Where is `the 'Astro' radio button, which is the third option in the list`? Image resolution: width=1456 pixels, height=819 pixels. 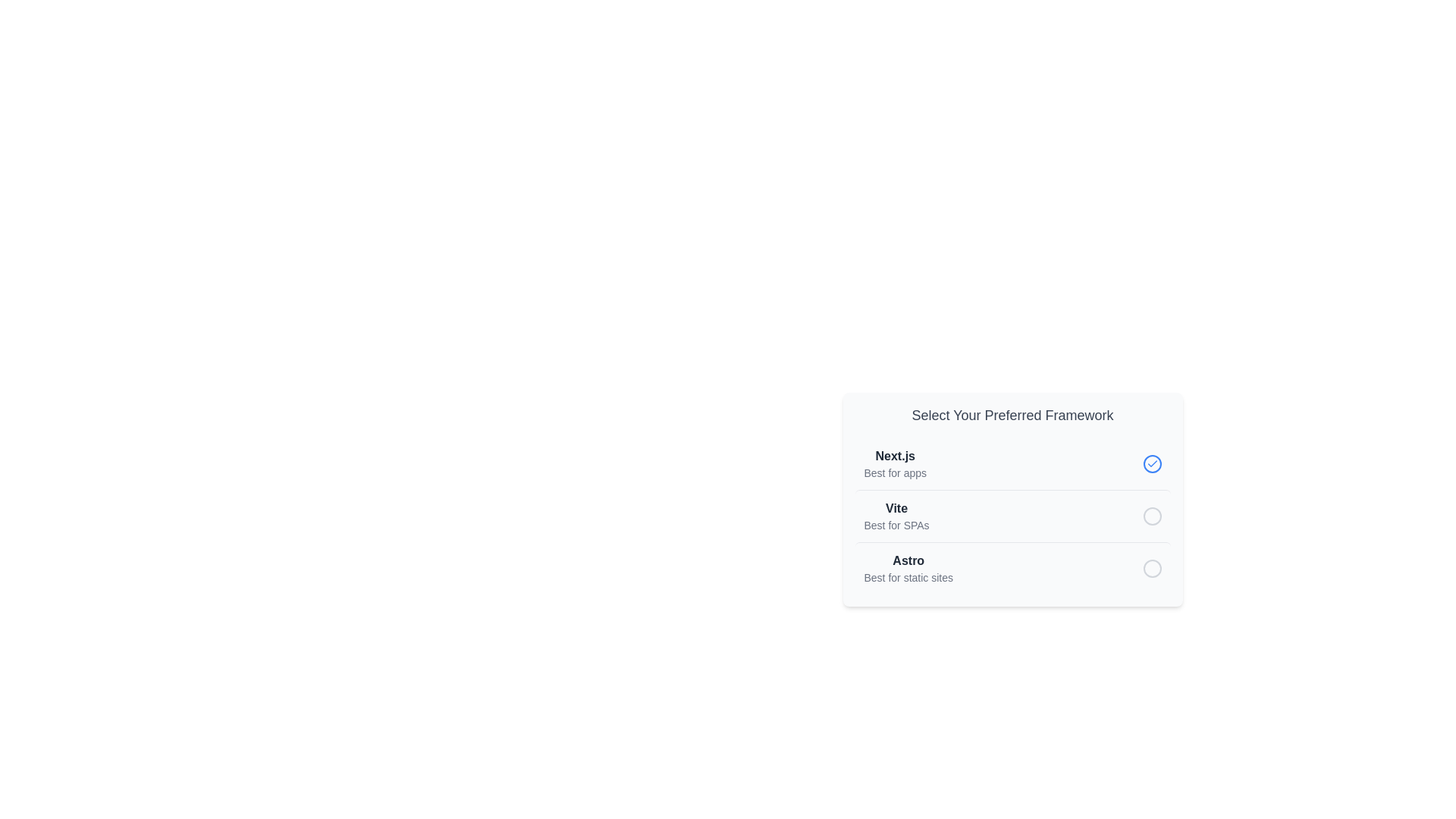
the 'Astro' radio button, which is the third option in the list is located at coordinates (1152, 568).